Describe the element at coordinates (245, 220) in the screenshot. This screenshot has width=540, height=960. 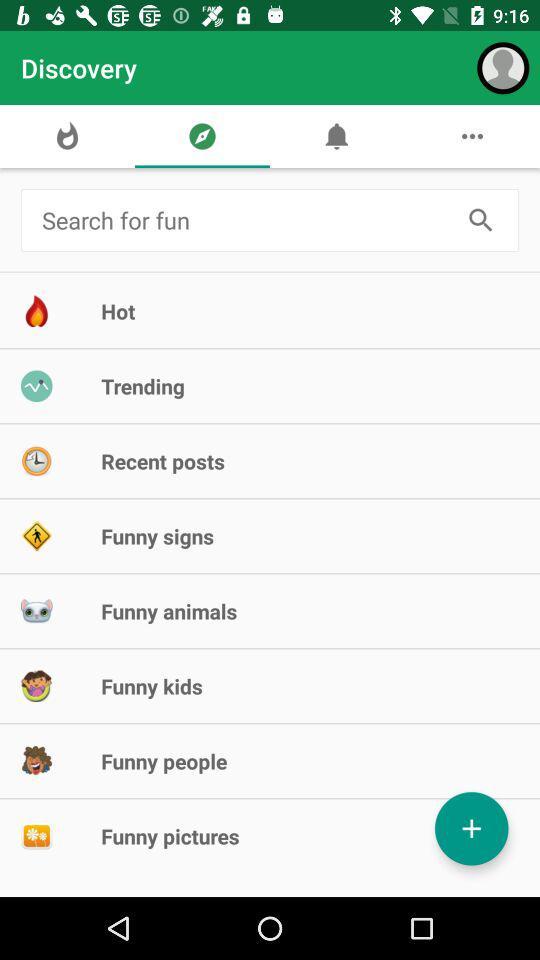
I see `go back` at that location.